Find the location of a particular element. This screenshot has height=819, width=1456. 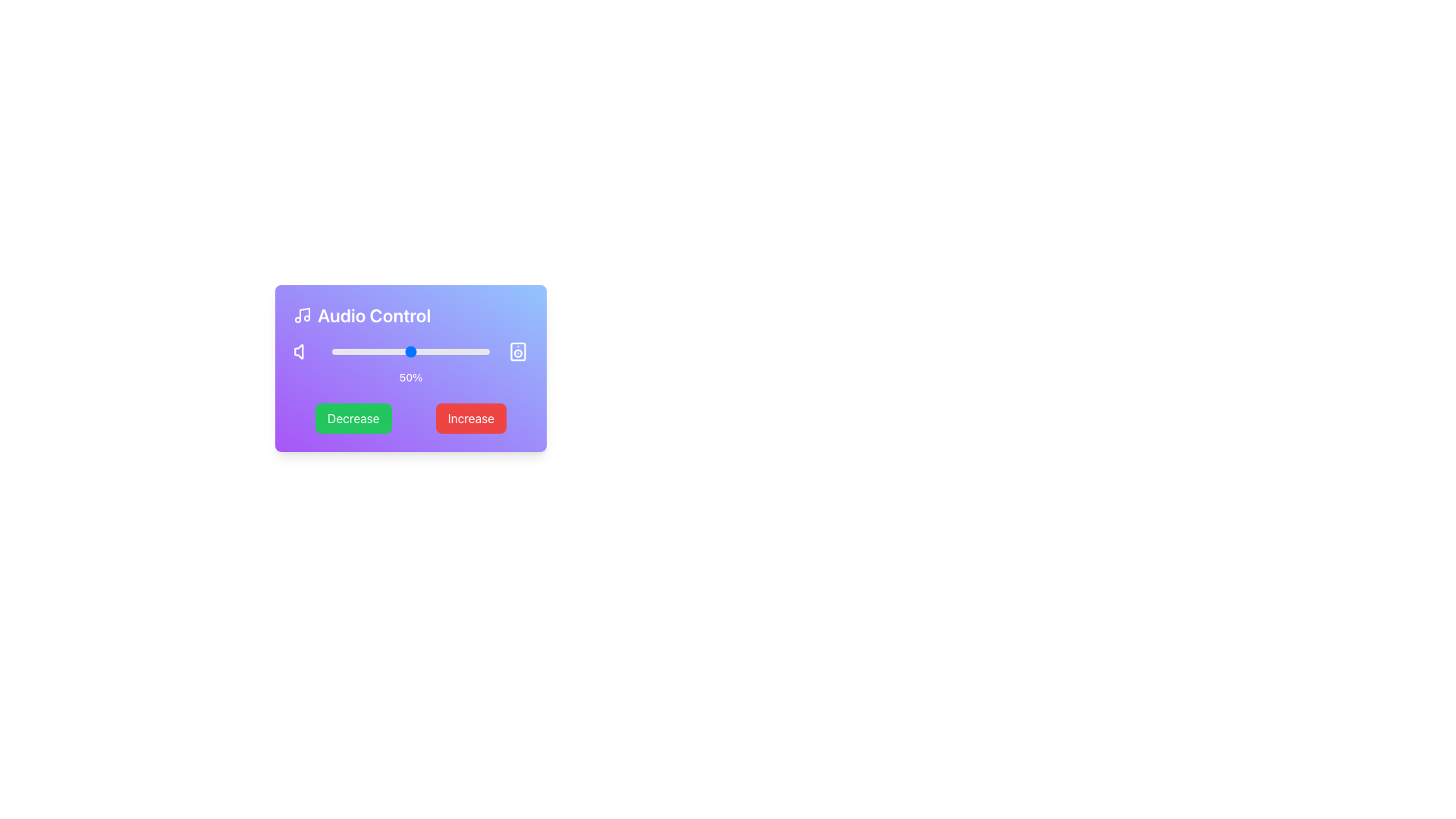

the slider is located at coordinates (416, 351).